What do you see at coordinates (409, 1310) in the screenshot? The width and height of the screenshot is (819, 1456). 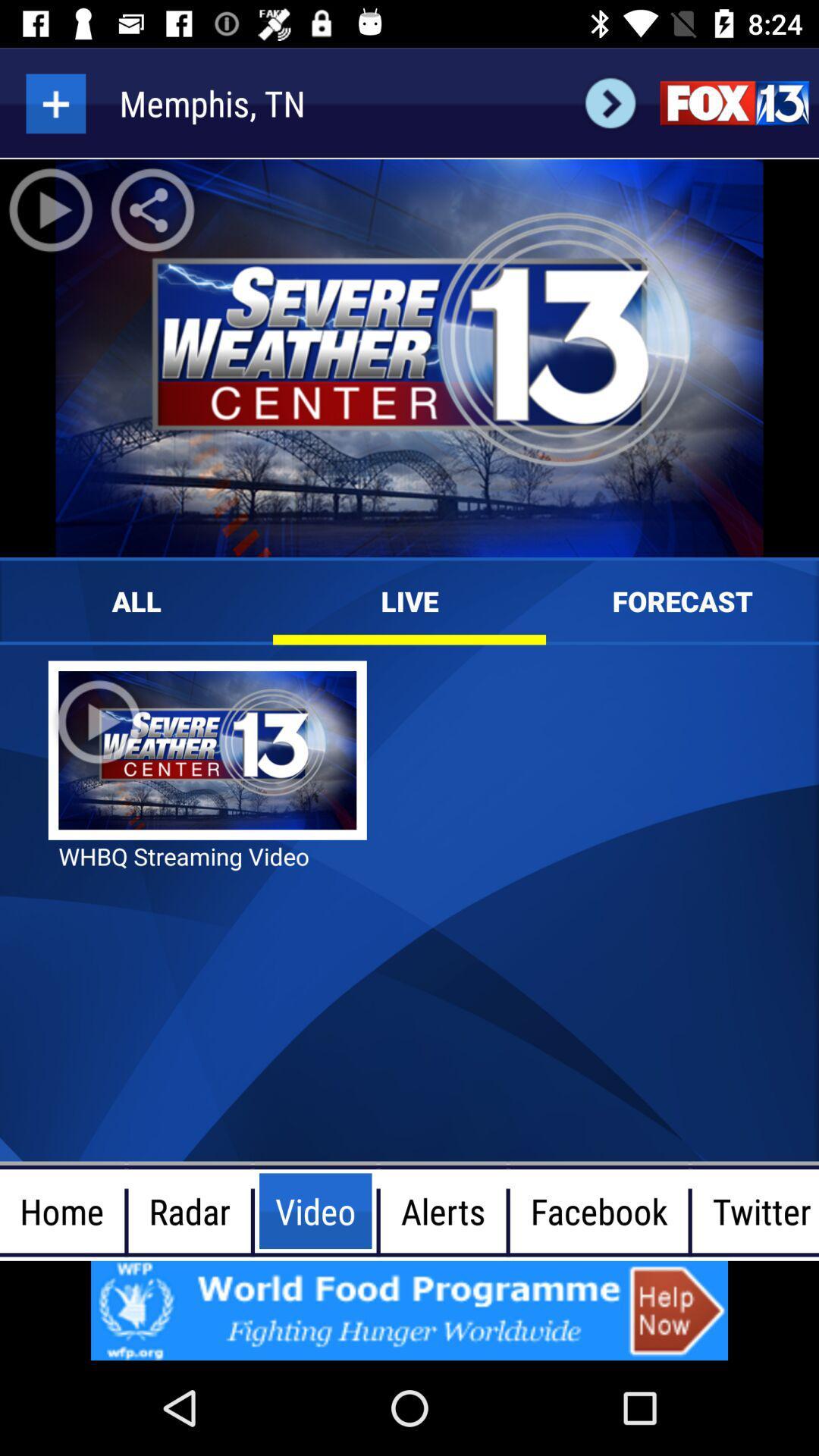 I see `open advertisement` at bounding box center [409, 1310].